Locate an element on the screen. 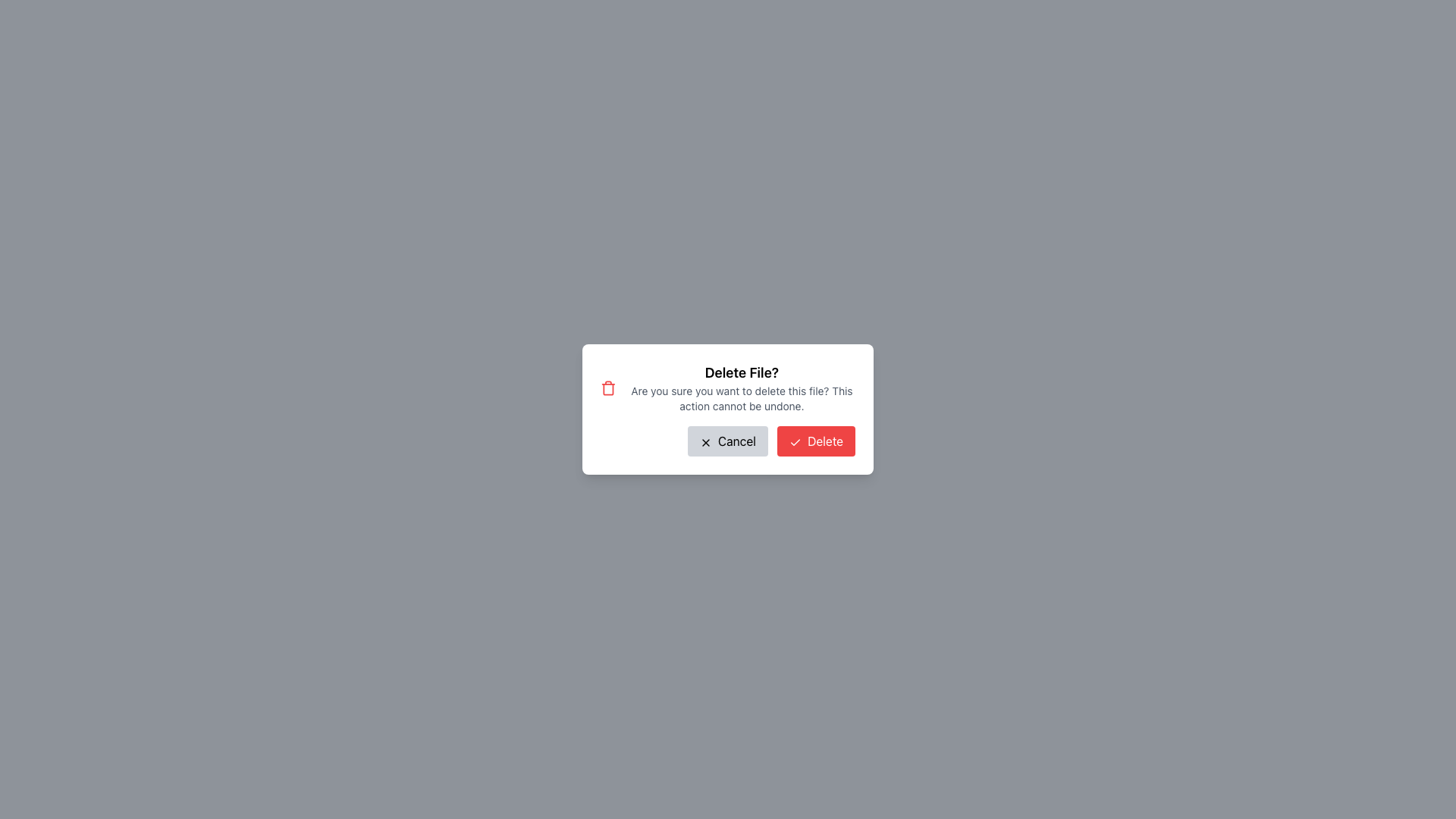 The image size is (1456, 819). the compact checkmark icon within the 'Delete' button, which is styled with a clean, minimalistic design on a red background is located at coordinates (794, 442).